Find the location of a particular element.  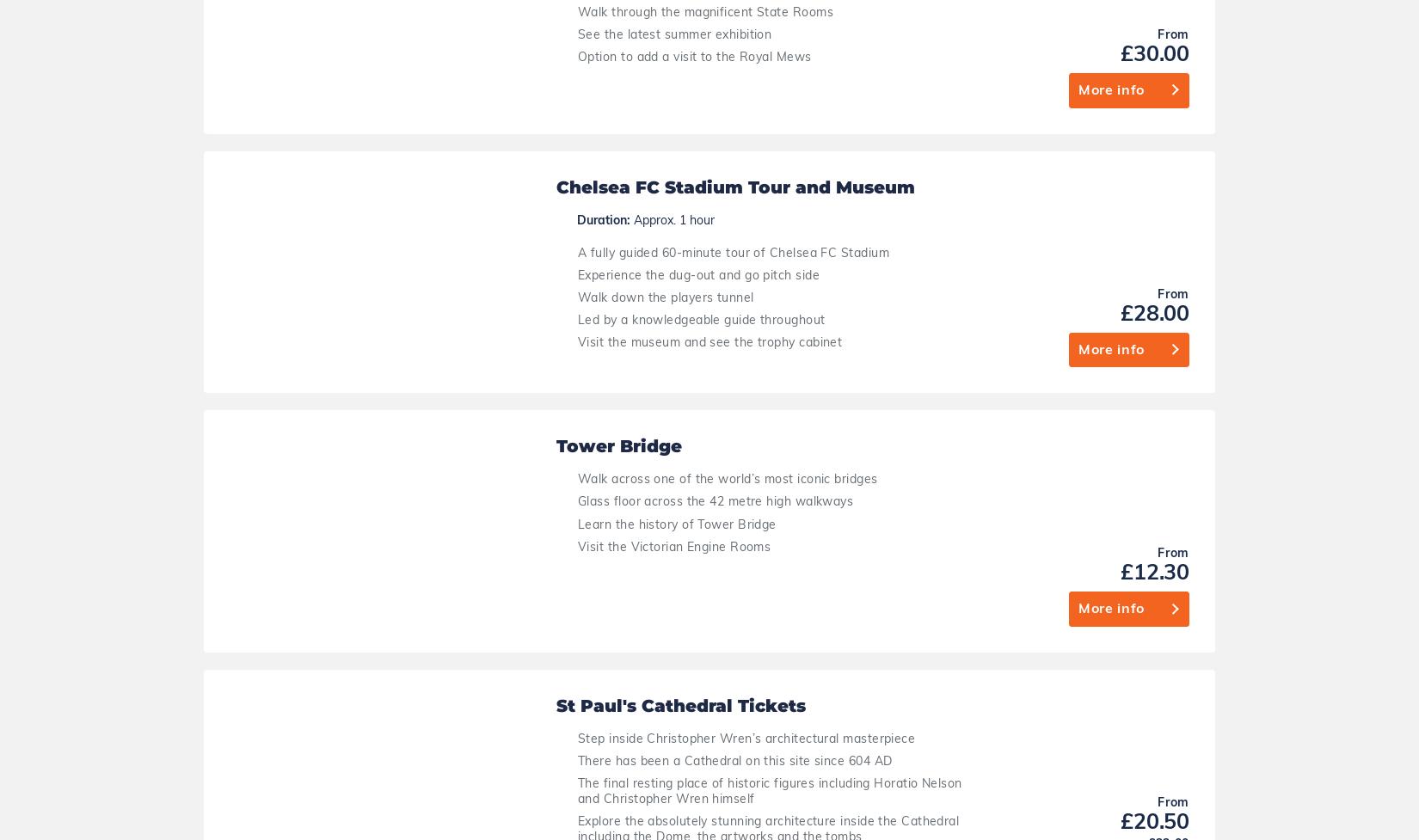

'Take the Tyrant Boat ride & experience the Drop Dead ride' is located at coordinates (695, 767).